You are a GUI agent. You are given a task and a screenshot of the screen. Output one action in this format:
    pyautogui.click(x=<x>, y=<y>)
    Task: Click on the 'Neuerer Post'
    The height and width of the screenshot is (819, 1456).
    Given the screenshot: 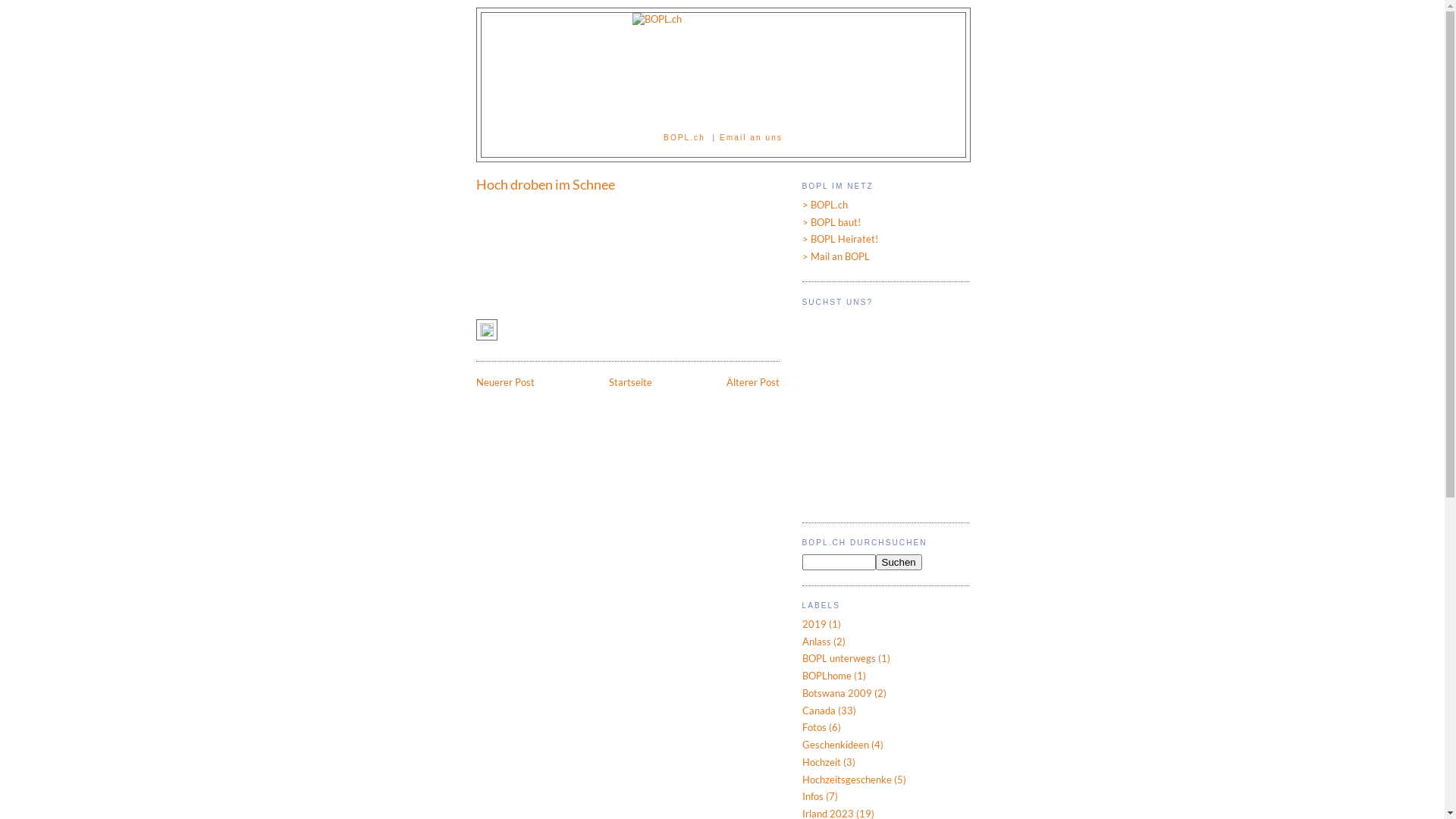 What is the action you would take?
    pyautogui.click(x=505, y=381)
    